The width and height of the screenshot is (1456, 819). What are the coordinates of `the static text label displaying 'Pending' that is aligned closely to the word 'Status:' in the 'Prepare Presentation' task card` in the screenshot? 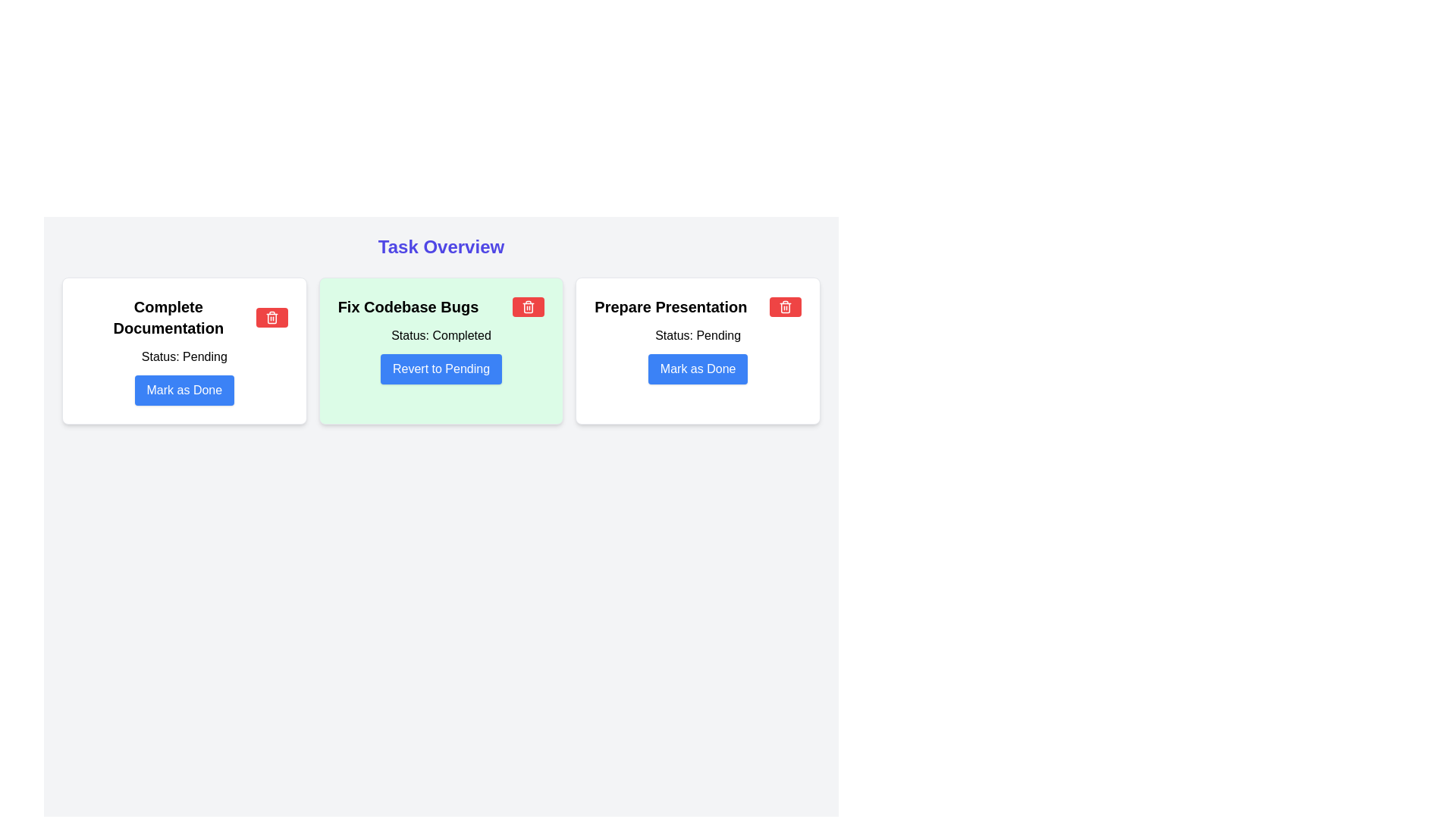 It's located at (717, 334).